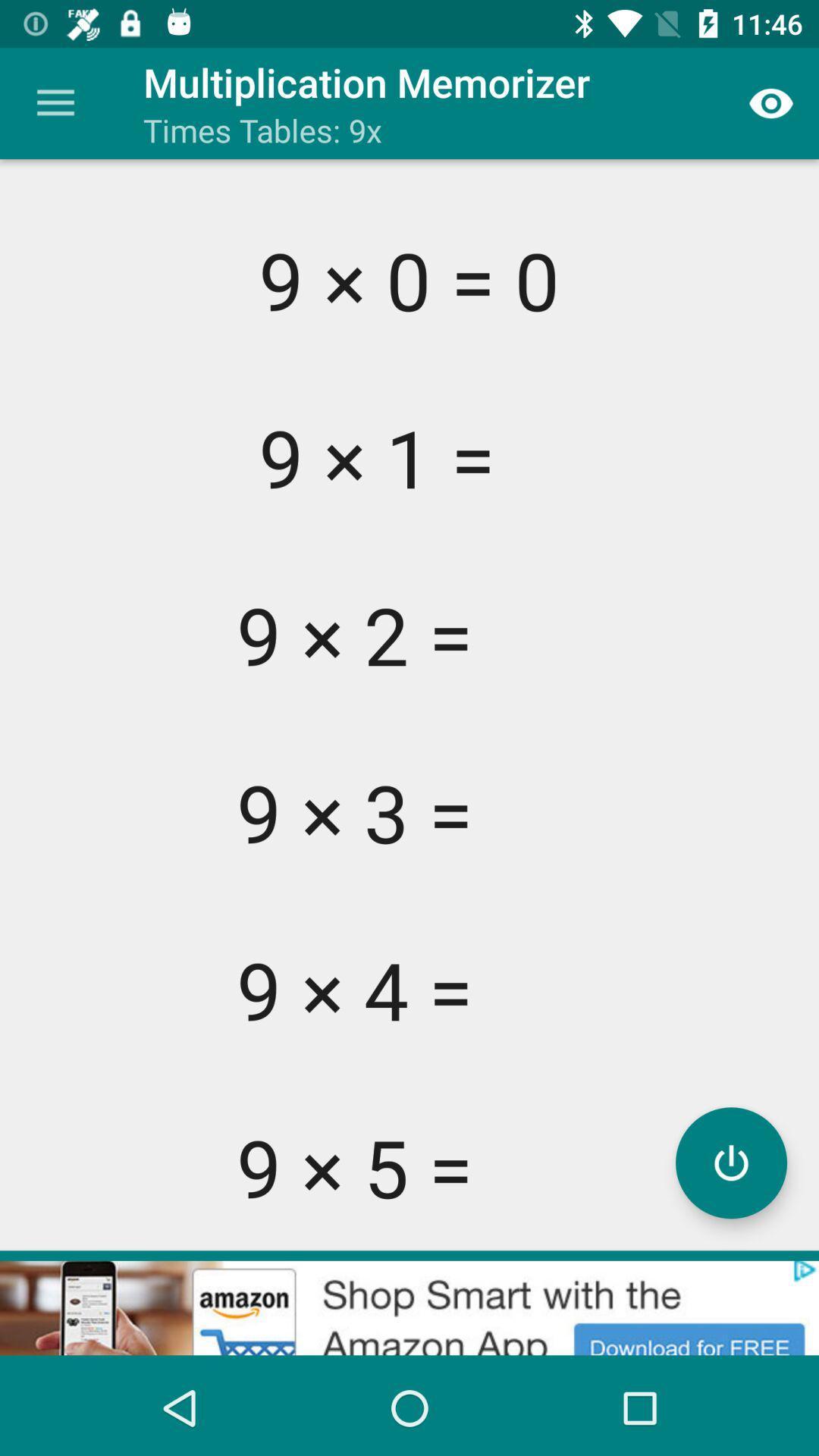 This screenshot has width=819, height=1456. What do you see at coordinates (771, 103) in the screenshot?
I see `top right corner` at bounding box center [771, 103].